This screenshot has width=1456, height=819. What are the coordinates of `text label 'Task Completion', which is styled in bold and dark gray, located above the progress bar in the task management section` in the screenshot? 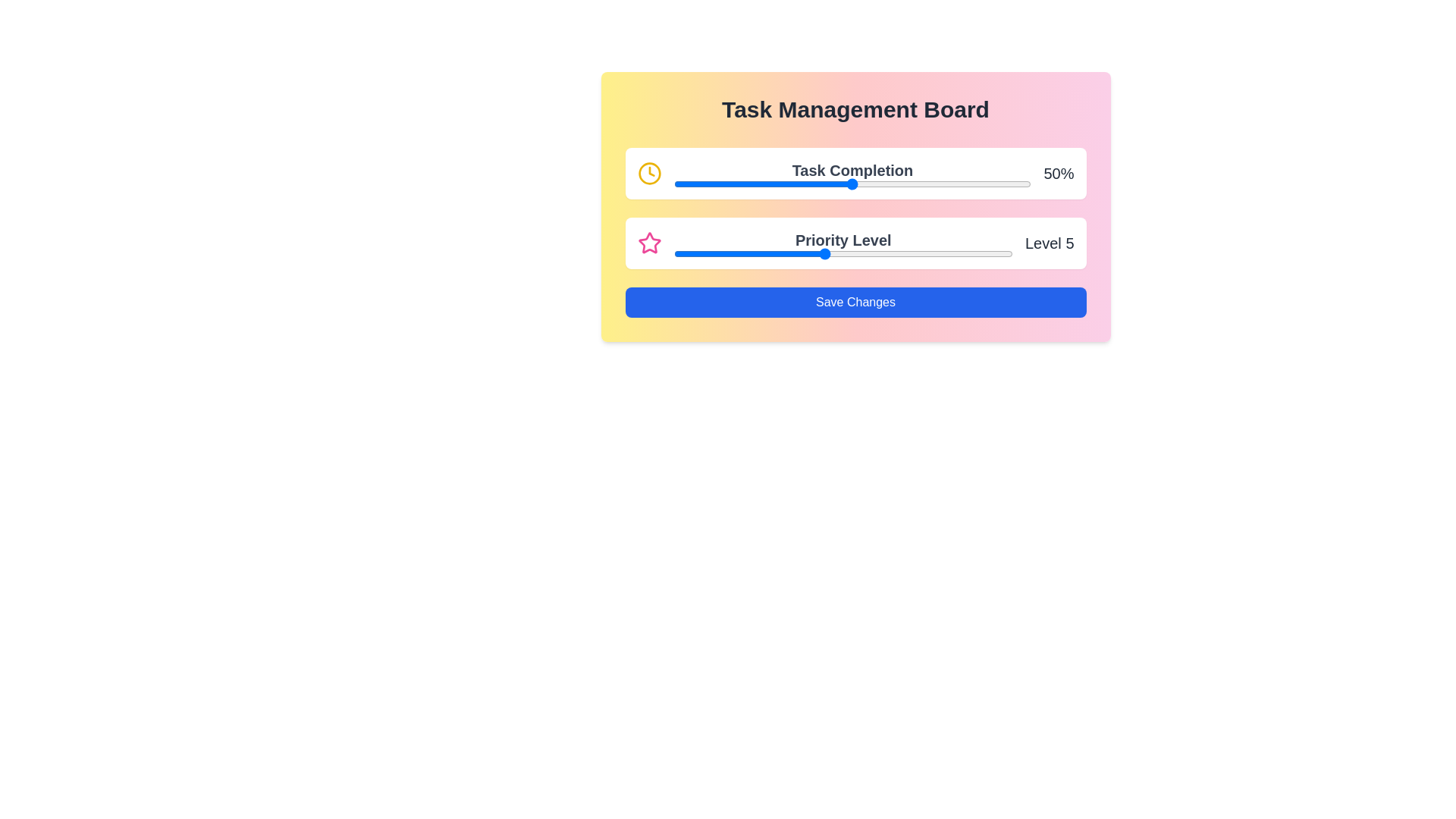 It's located at (852, 170).